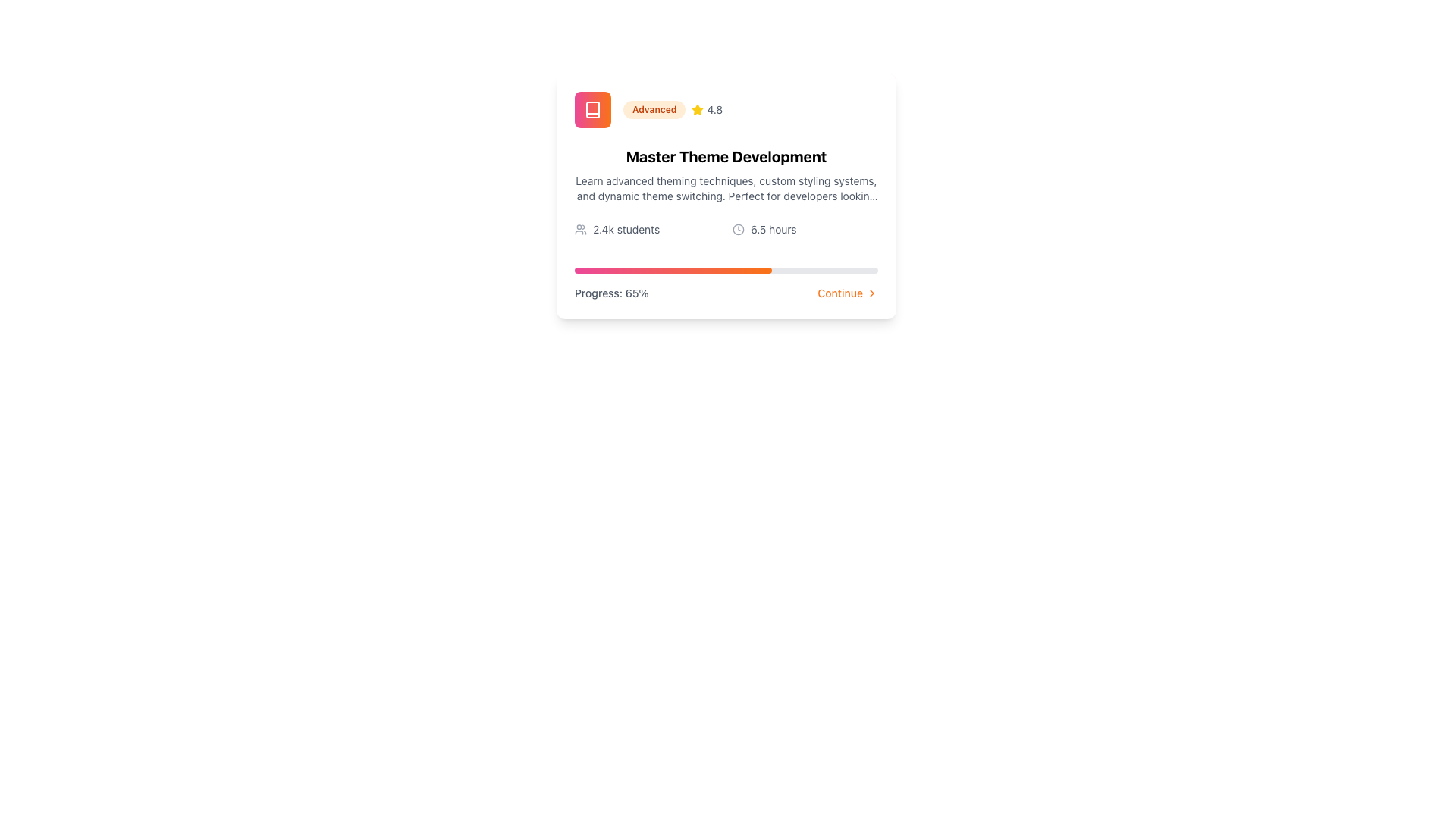 This screenshot has width=1456, height=819. I want to click on the progress indicator element that visually represents 65% completion, located below the text 'Progress: 65%' and above the 'Continue' button, so click(673, 270).